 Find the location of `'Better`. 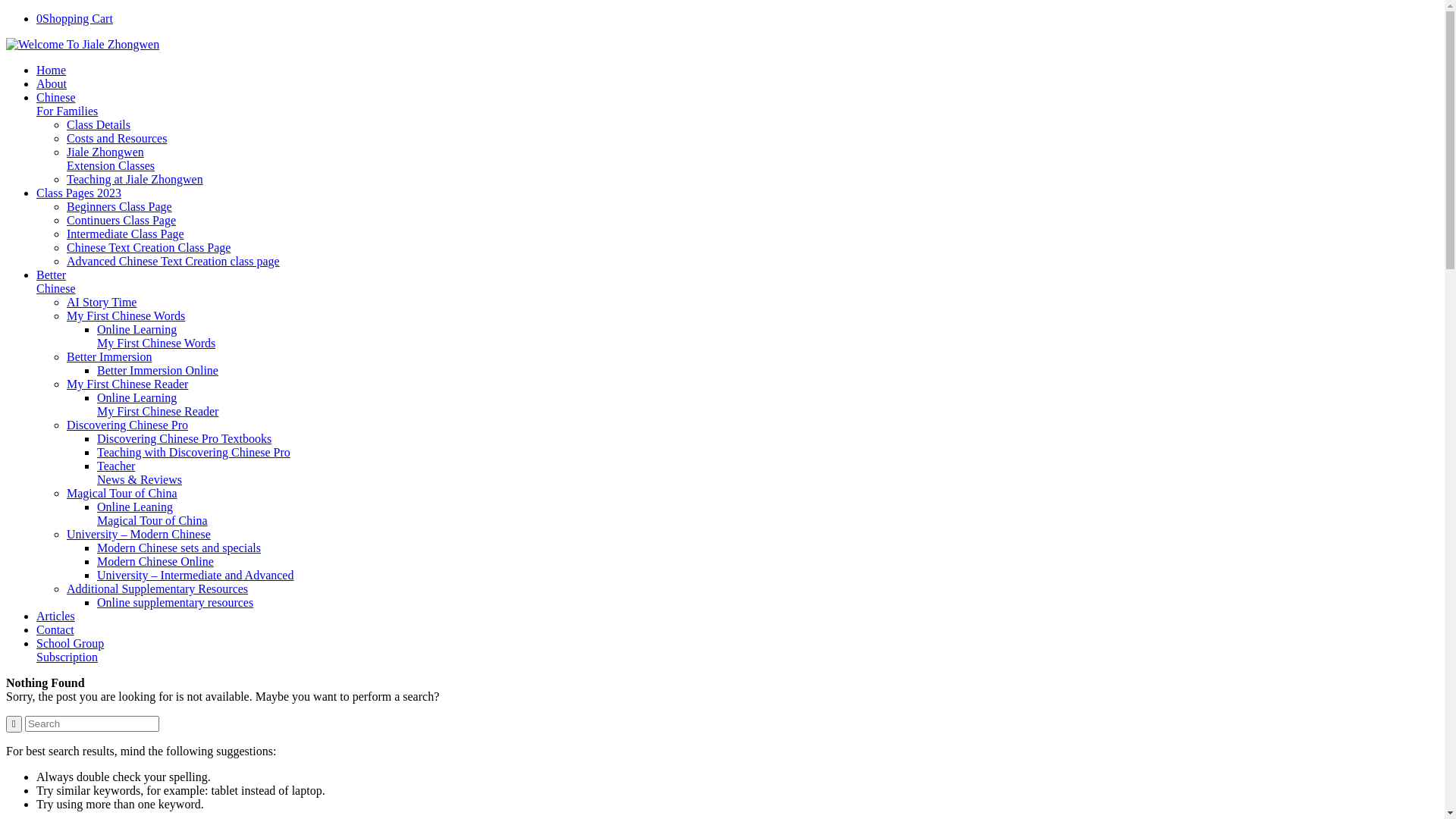

'Better is located at coordinates (55, 281).